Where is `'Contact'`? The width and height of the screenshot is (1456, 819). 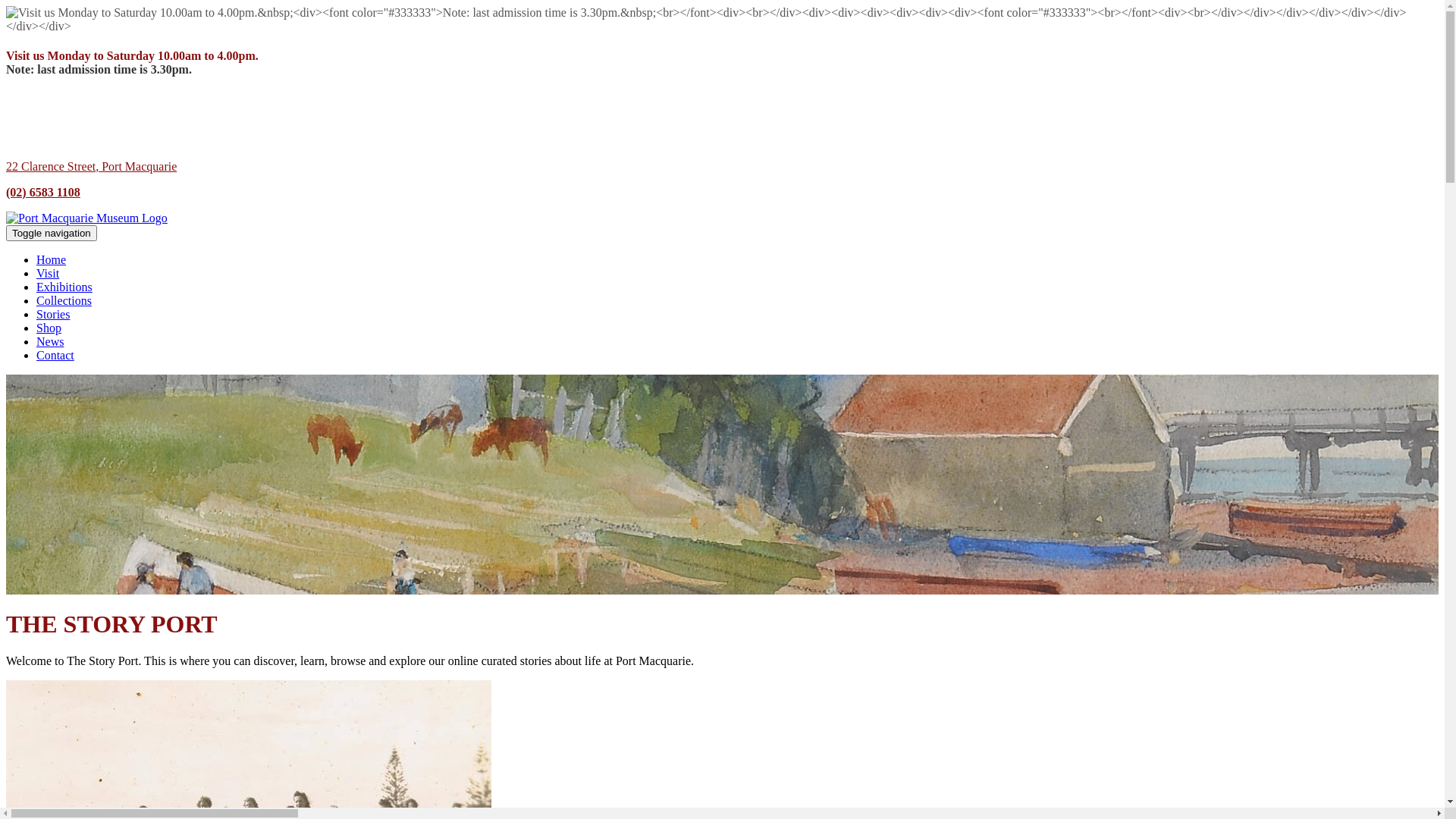 'Contact' is located at coordinates (55, 355).